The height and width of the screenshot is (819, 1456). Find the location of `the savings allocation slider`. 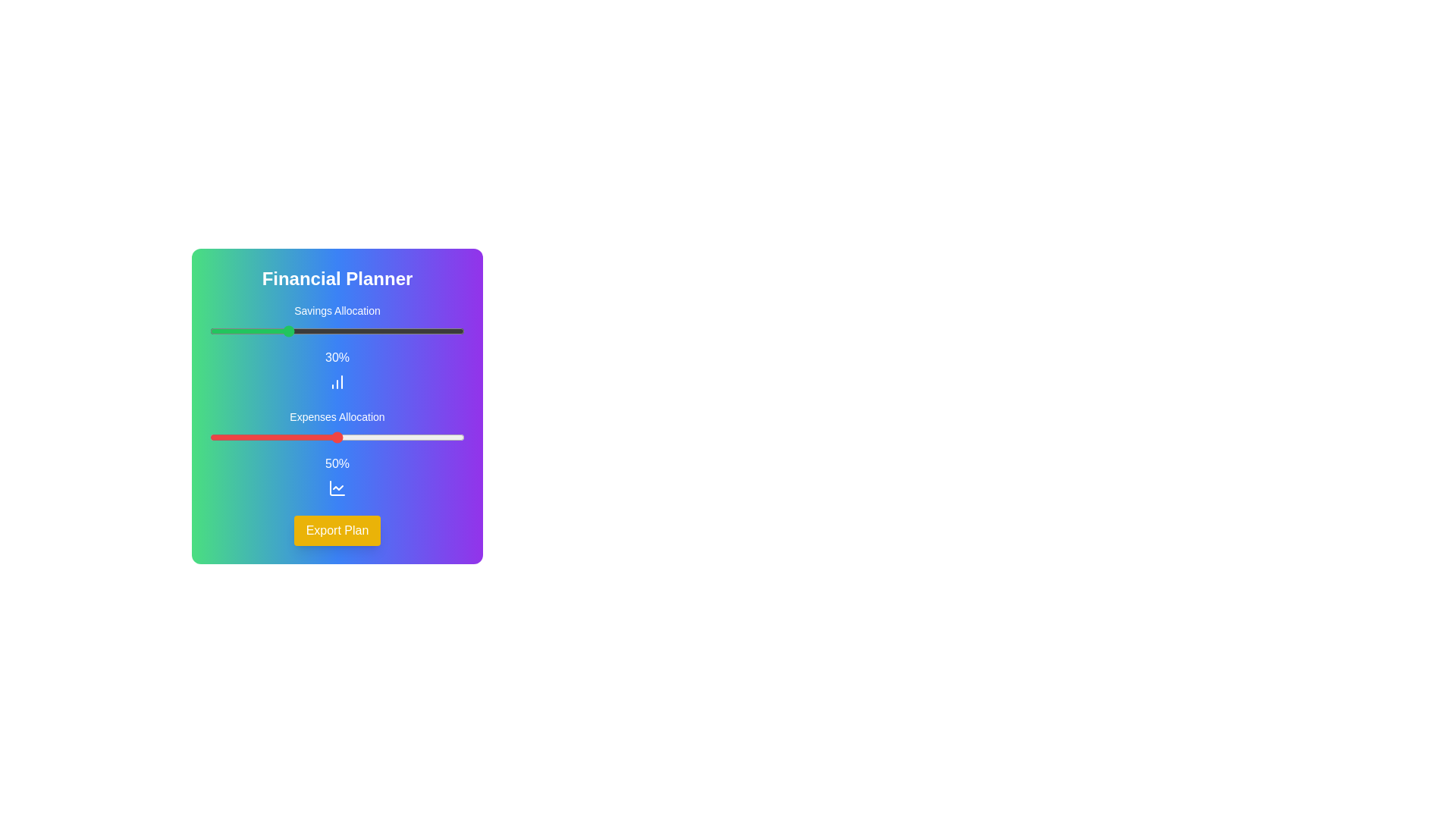

the savings allocation slider is located at coordinates (258, 330).